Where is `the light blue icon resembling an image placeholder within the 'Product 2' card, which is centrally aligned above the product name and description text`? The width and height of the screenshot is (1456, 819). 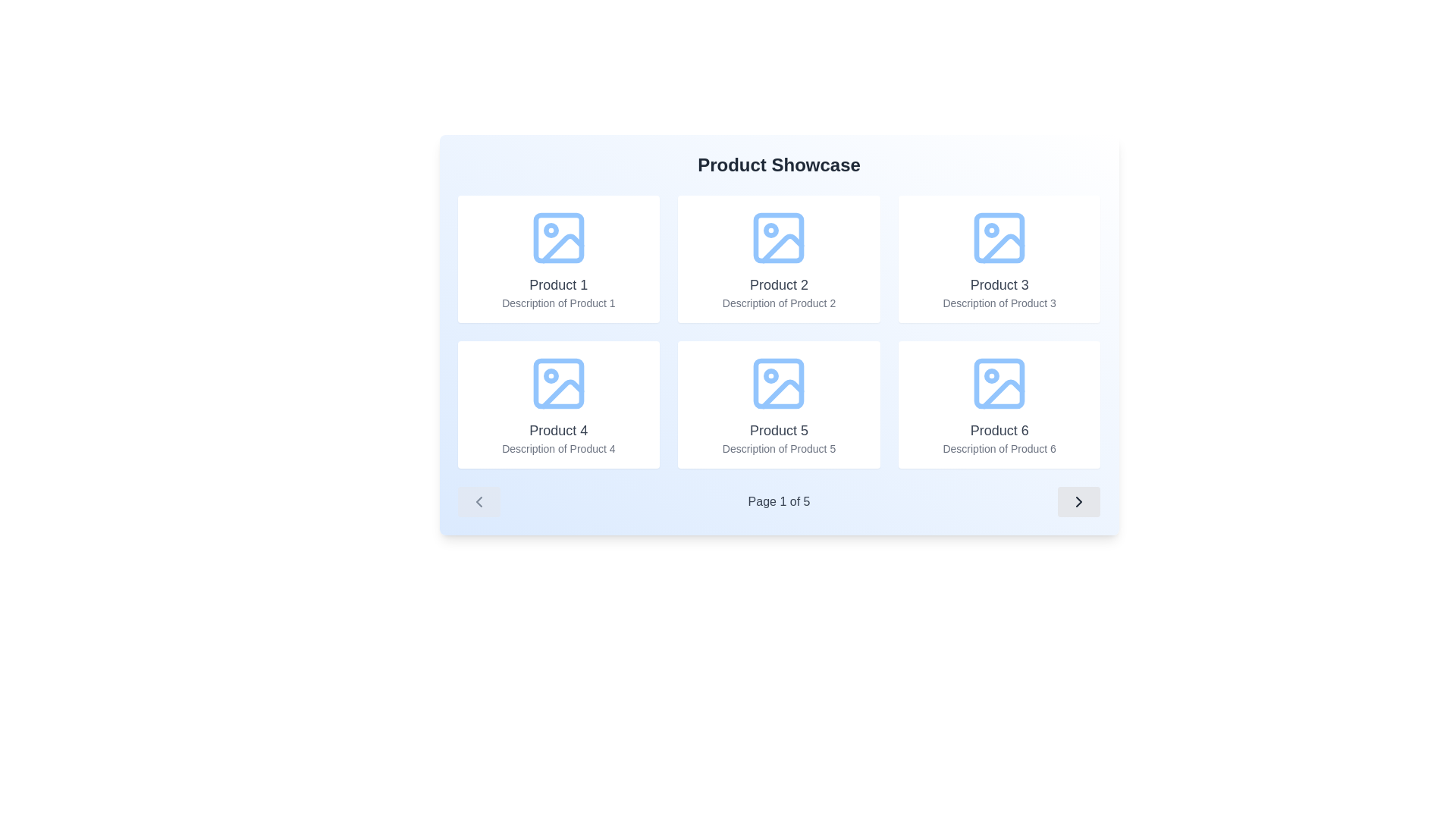
the light blue icon resembling an image placeholder within the 'Product 2' card, which is centrally aligned above the product name and description text is located at coordinates (779, 237).